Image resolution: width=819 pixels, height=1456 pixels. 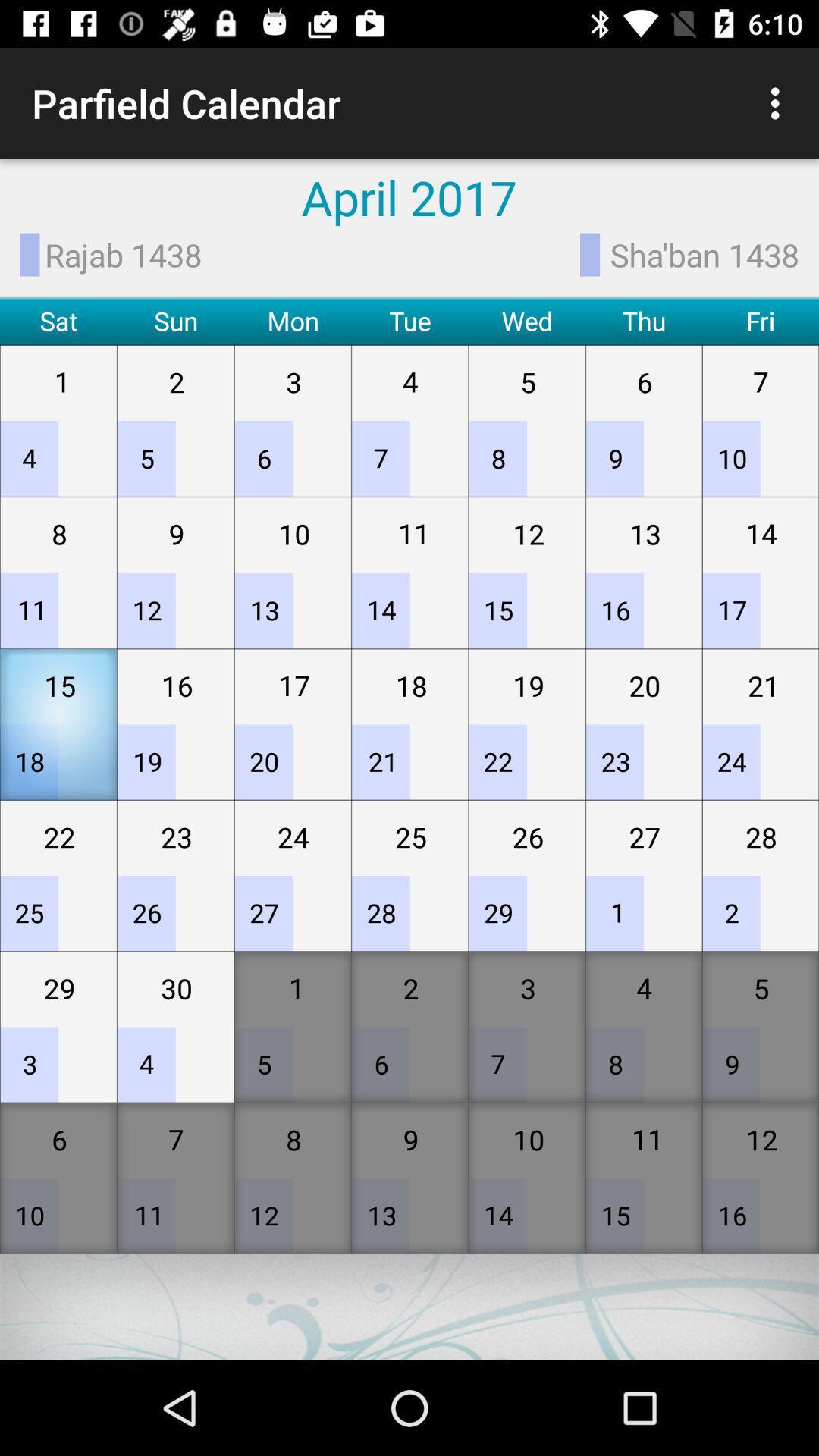 What do you see at coordinates (779, 102) in the screenshot?
I see `icon above sha'ban 1438` at bounding box center [779, 102].